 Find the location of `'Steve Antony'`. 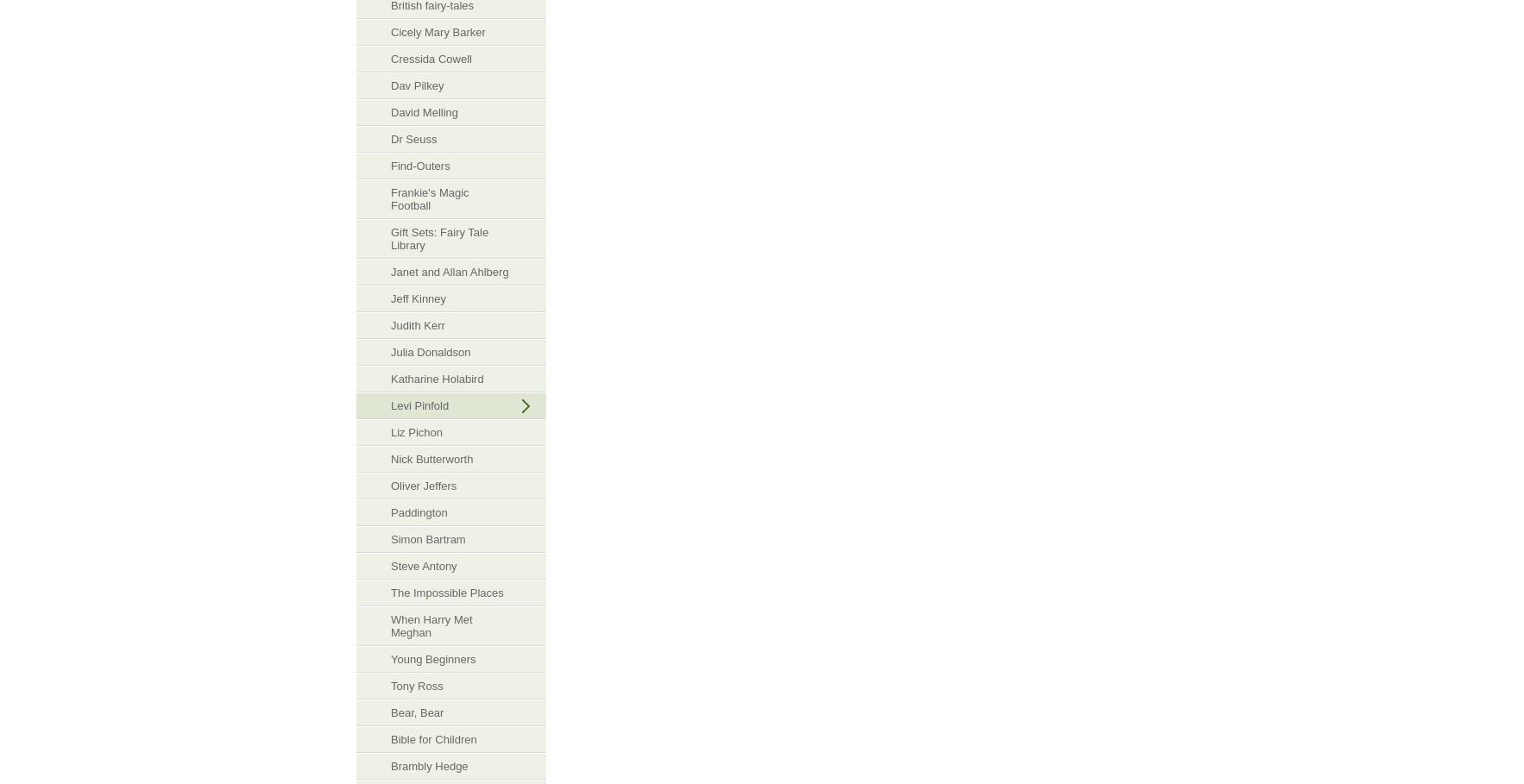

'Steve Antony' is located at coordinates (423, 565).